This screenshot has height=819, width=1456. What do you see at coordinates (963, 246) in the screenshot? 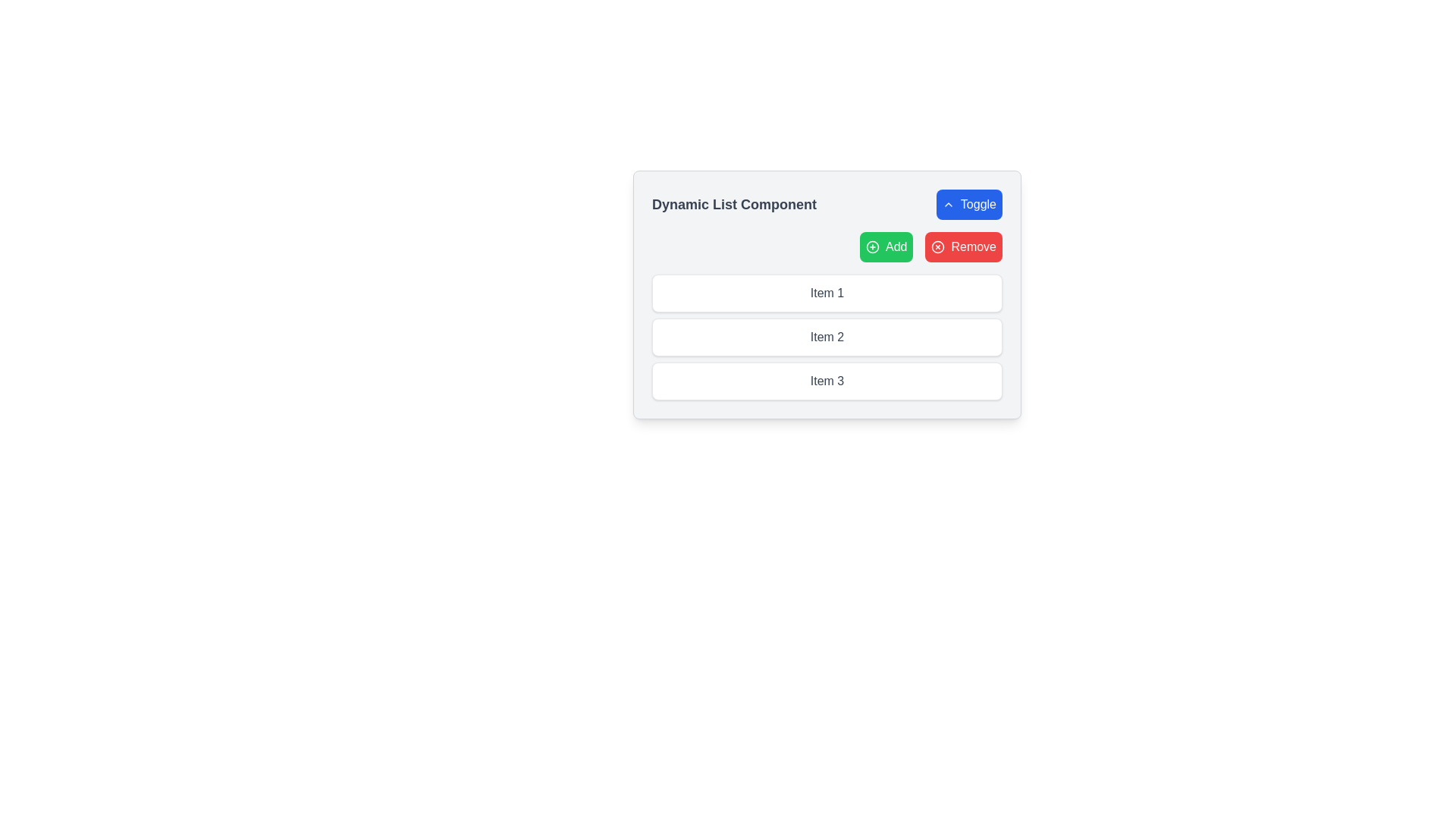
I see `the rectangular red 'Remove' button with rounded corners and white text` at bounding box center [963, 246].